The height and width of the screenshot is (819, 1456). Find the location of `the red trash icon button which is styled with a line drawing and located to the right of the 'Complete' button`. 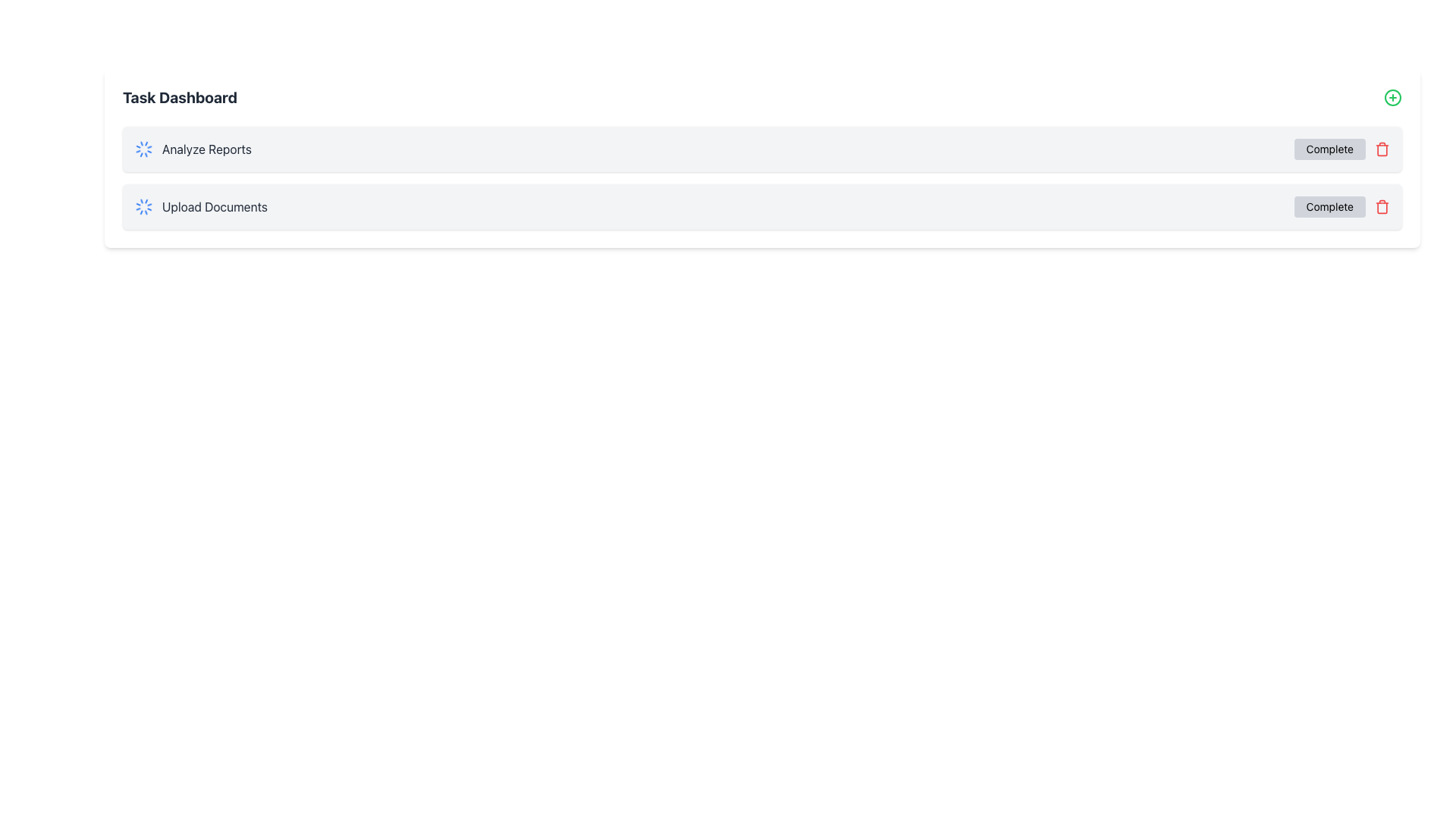

the red trash icon button which is styled with a line drawing and located to the right of the 'Complete' button is located at coordinates (1382, 149).